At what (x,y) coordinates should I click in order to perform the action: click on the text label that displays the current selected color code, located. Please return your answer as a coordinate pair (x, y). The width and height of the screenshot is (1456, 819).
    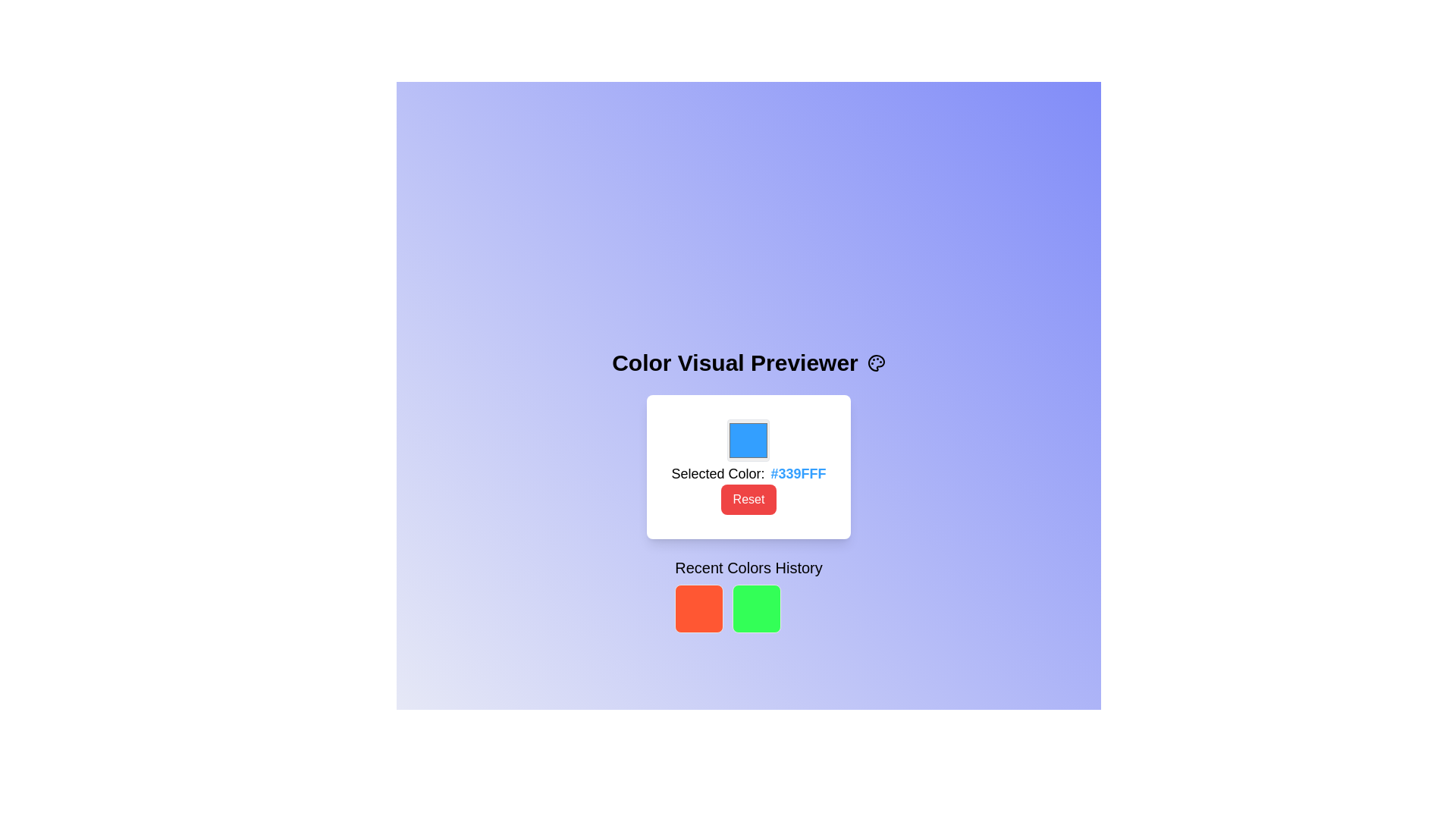
    Looking at the image, I should click on (798, 472).